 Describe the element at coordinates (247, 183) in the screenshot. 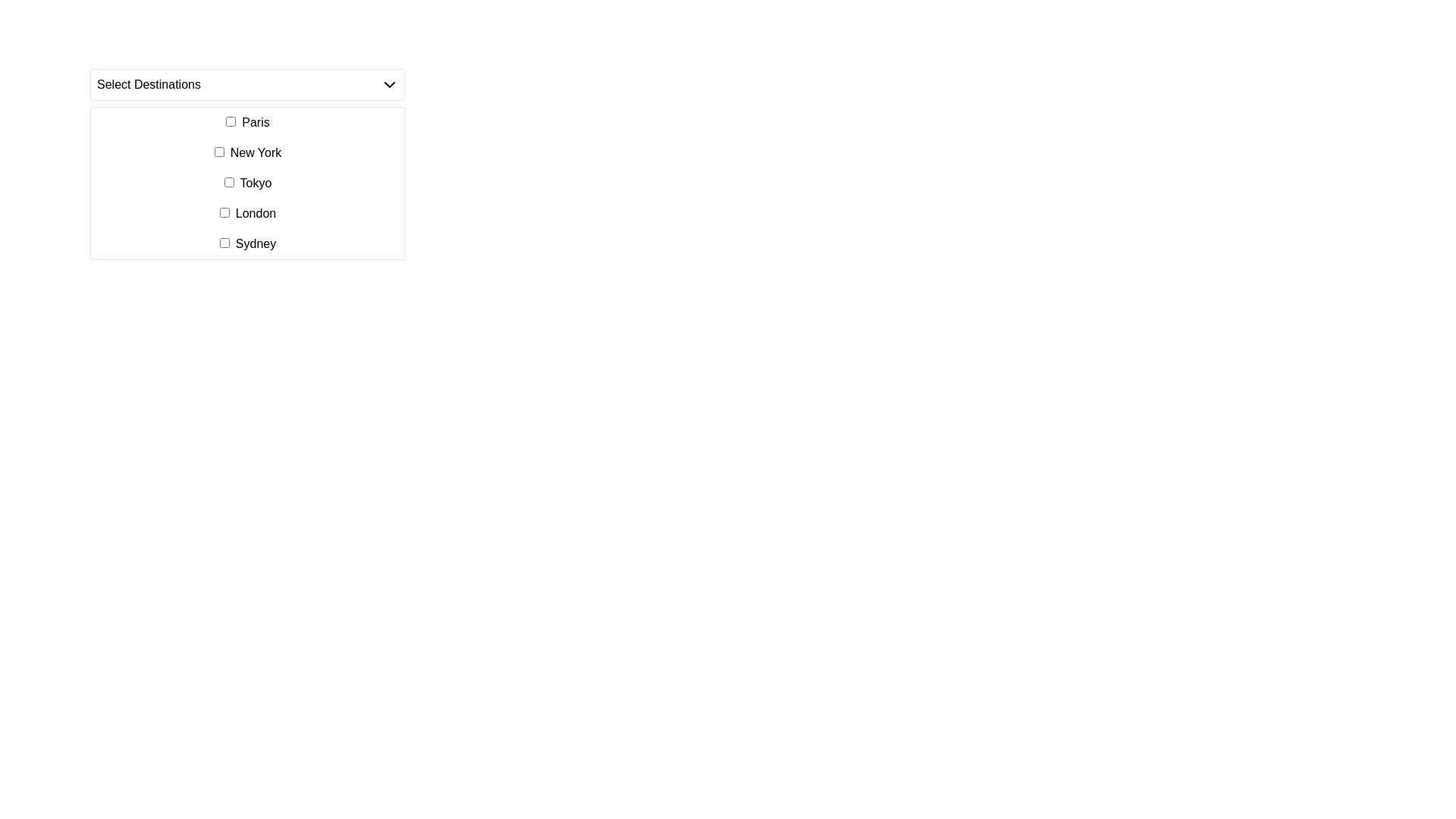

I see `labels in the dropdown list containing checkboxes and labels, specifically positioned beneath the 'Select Destinations' header, to decide on a selection` at that location.